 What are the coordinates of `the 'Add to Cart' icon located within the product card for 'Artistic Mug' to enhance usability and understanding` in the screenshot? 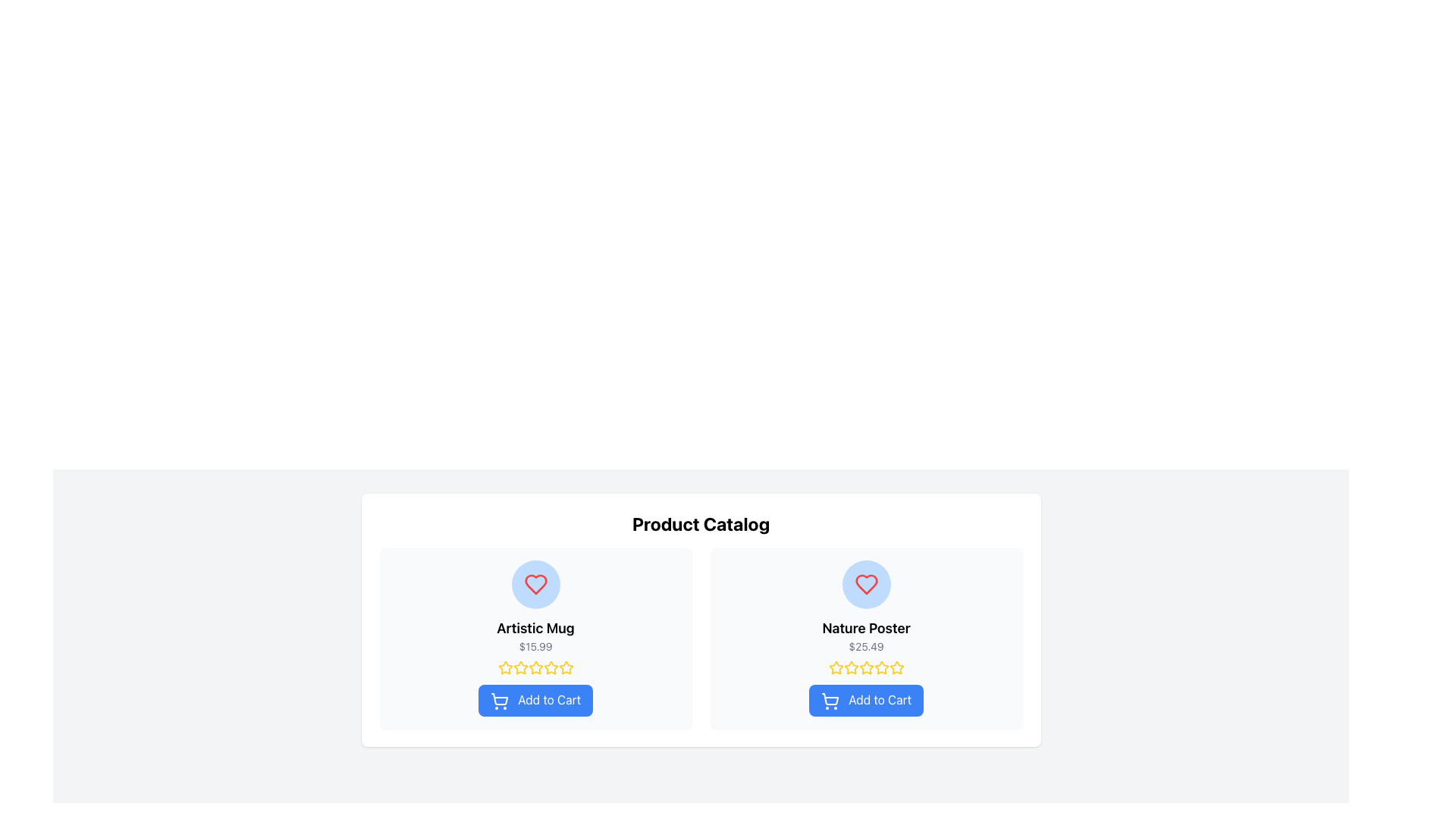 It's located at (499, 701).